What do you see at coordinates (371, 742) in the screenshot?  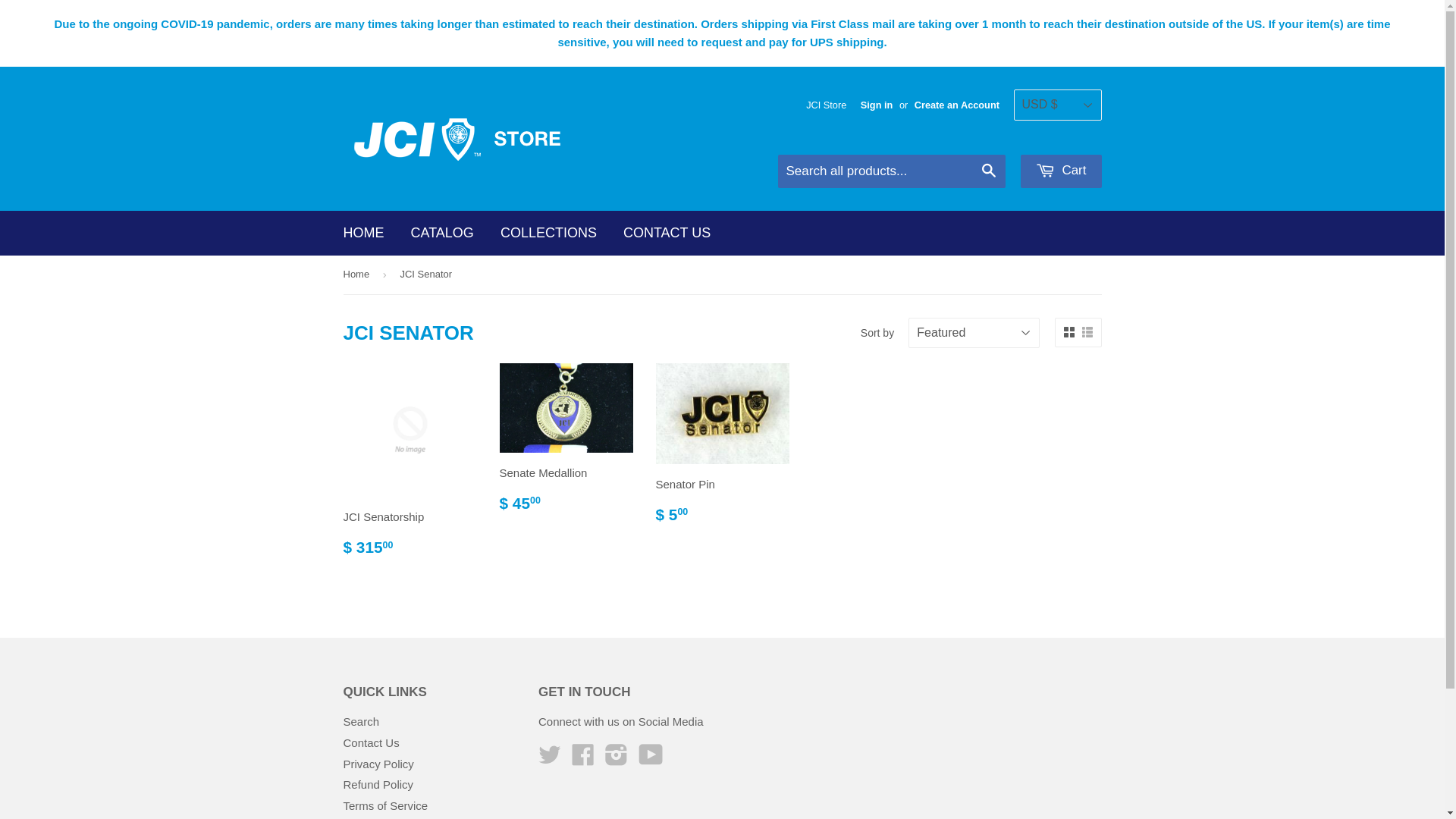 I see `'Contact Us'` at bounding box center [371, 742].